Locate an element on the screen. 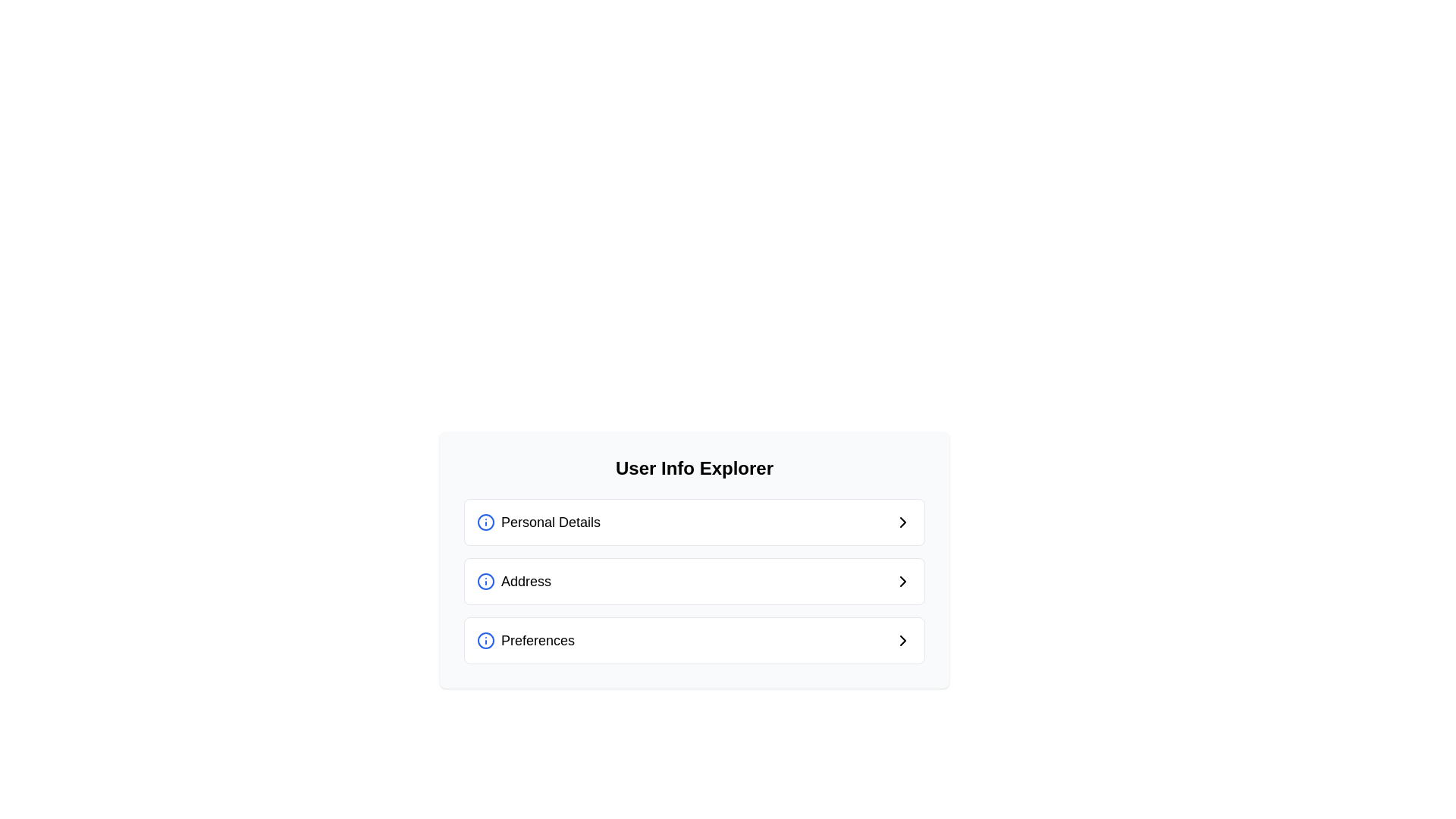 The width and height of the screenshot is (1456, 819). the 'Preferences' text label is located at coordinates (538, 640).